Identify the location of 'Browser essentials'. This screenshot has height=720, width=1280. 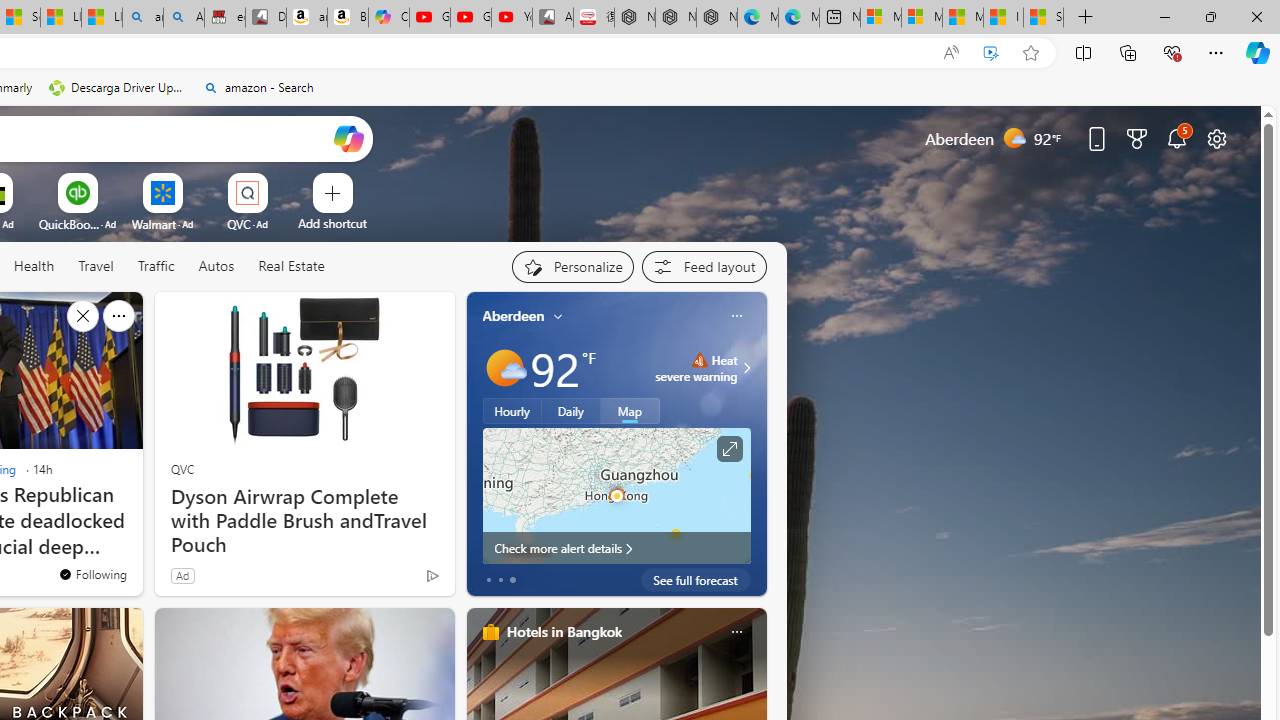
(1171, 51).